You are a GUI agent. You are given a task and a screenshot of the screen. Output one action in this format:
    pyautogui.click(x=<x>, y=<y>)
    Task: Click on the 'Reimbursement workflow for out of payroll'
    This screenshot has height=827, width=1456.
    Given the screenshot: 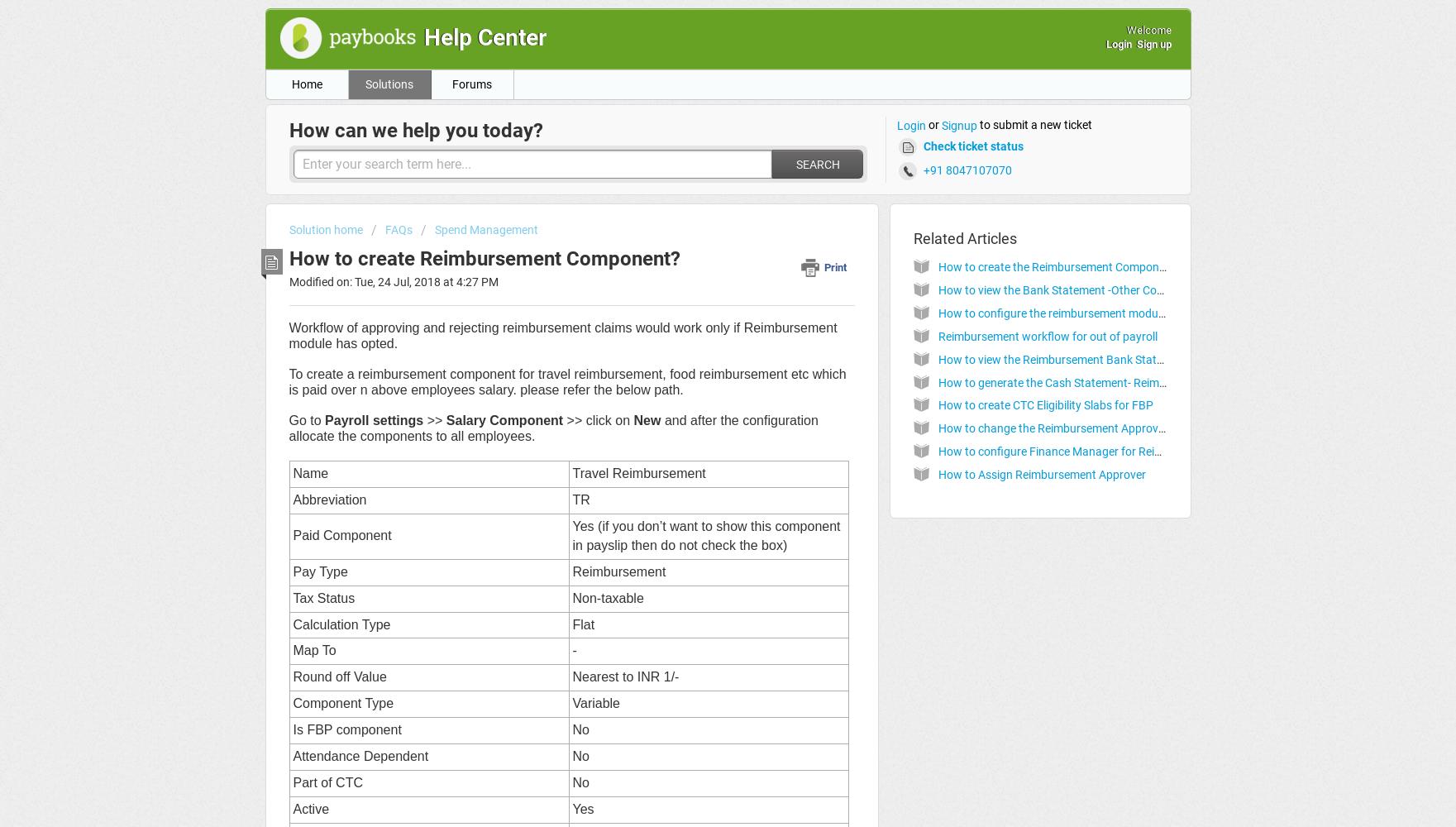 What is the action you would take?
    pyautogui.click(x=1048, y=336)
    